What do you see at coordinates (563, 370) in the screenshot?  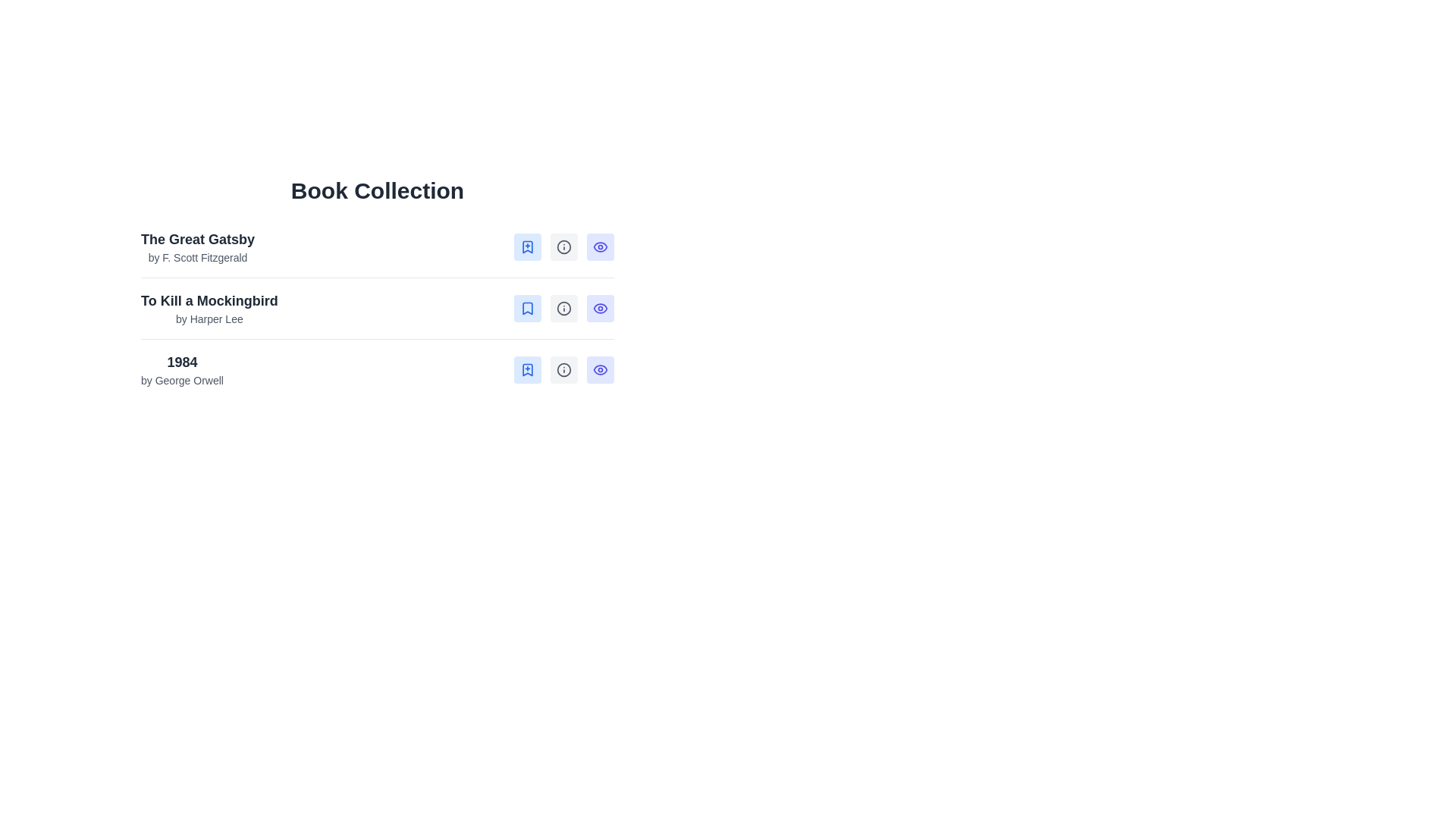 I see `the informational button with a light gray background and rounded edges located under the '1984' book entry` at bounding box center [563, 370].